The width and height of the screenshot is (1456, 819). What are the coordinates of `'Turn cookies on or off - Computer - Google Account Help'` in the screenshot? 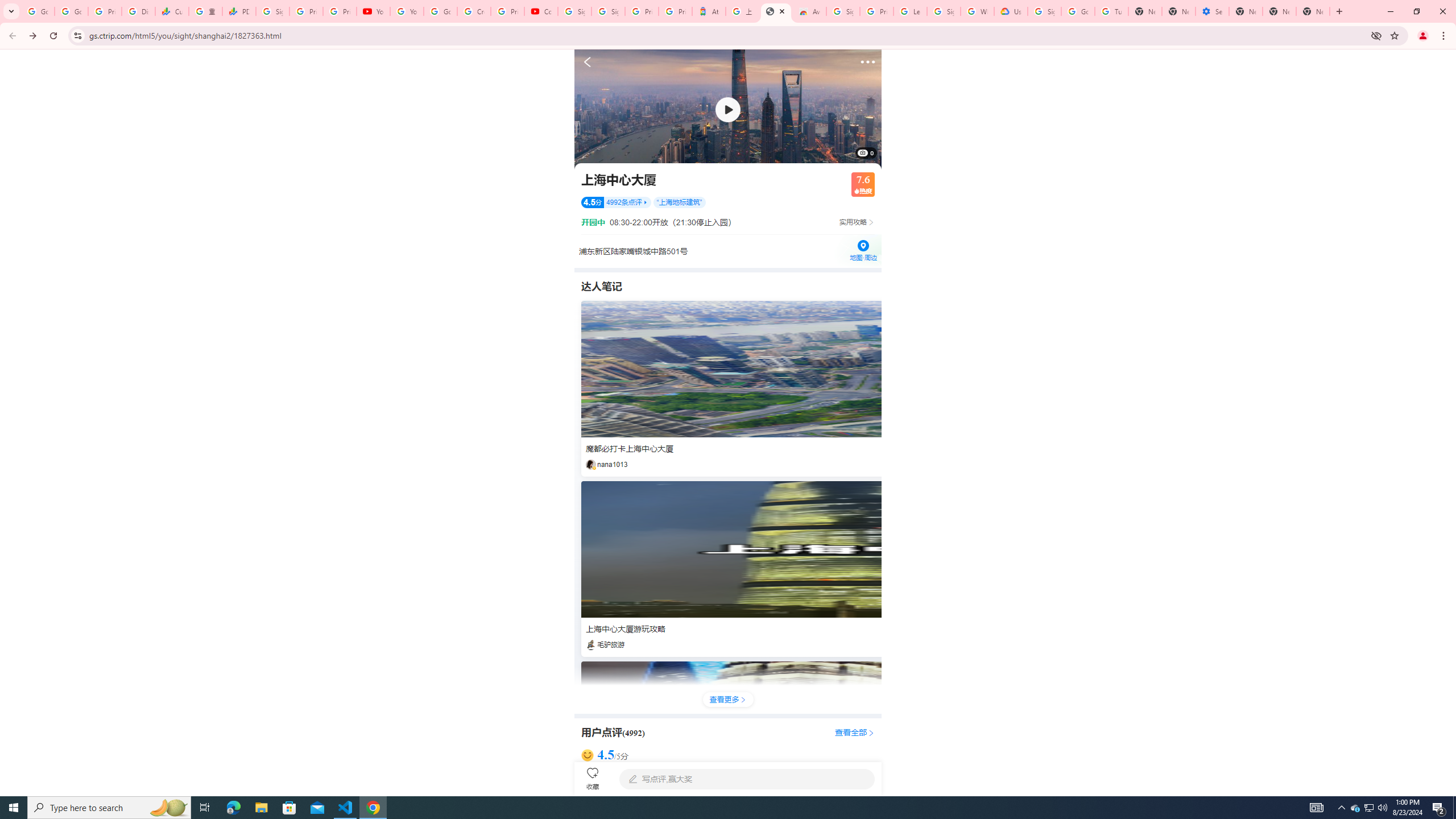 It's located at (1111, 11).